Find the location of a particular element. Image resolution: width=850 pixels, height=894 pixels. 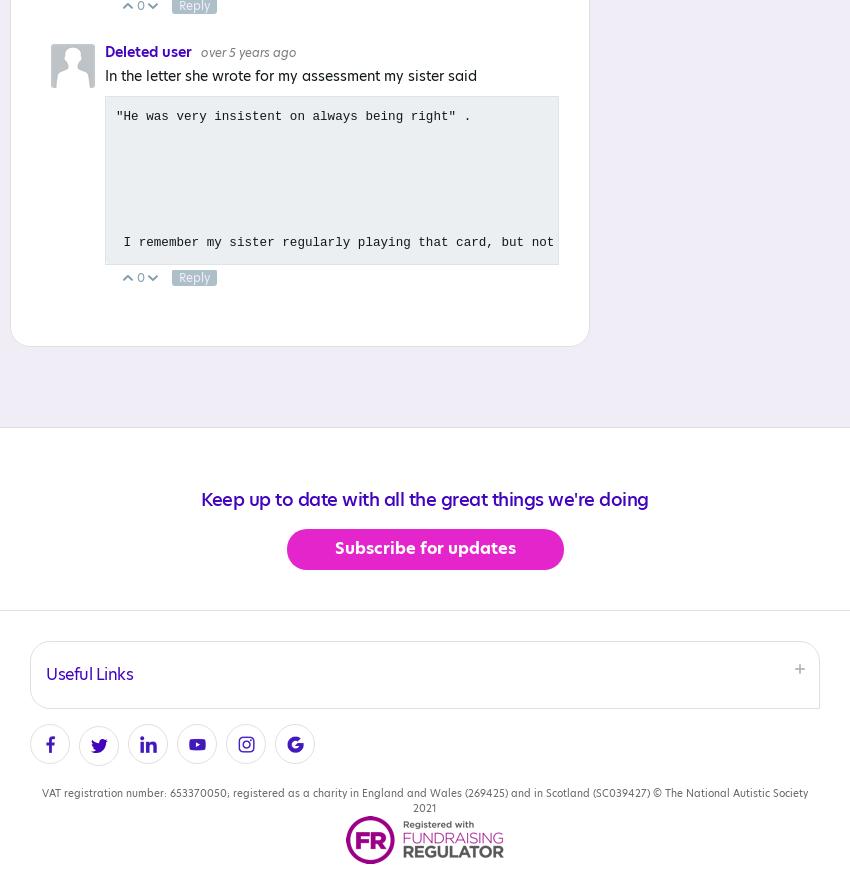

'over 5 years ago' is located at coordinates (248, 53).